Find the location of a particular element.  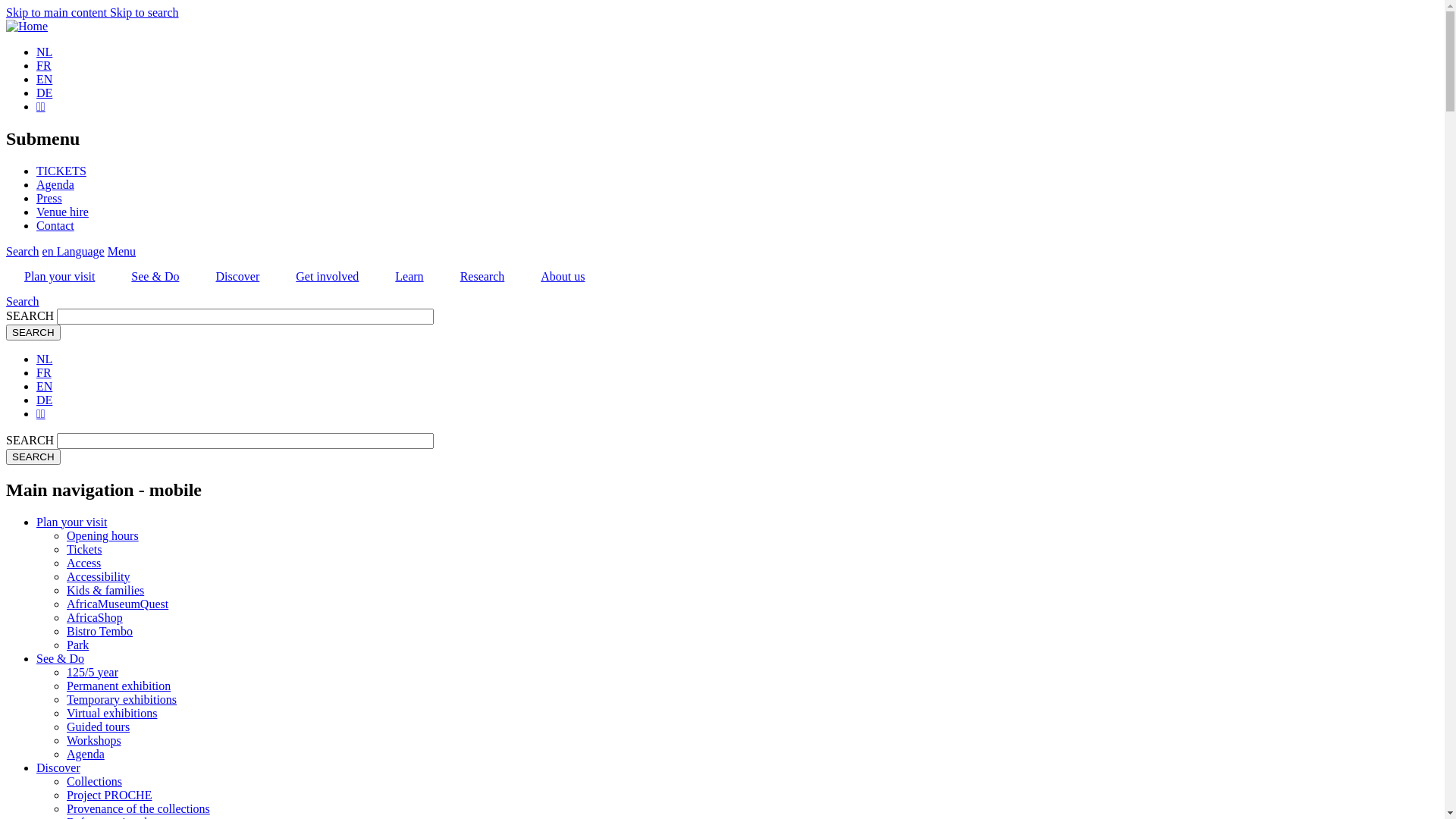

'Kids & families' is located at coordinates (65, 589).